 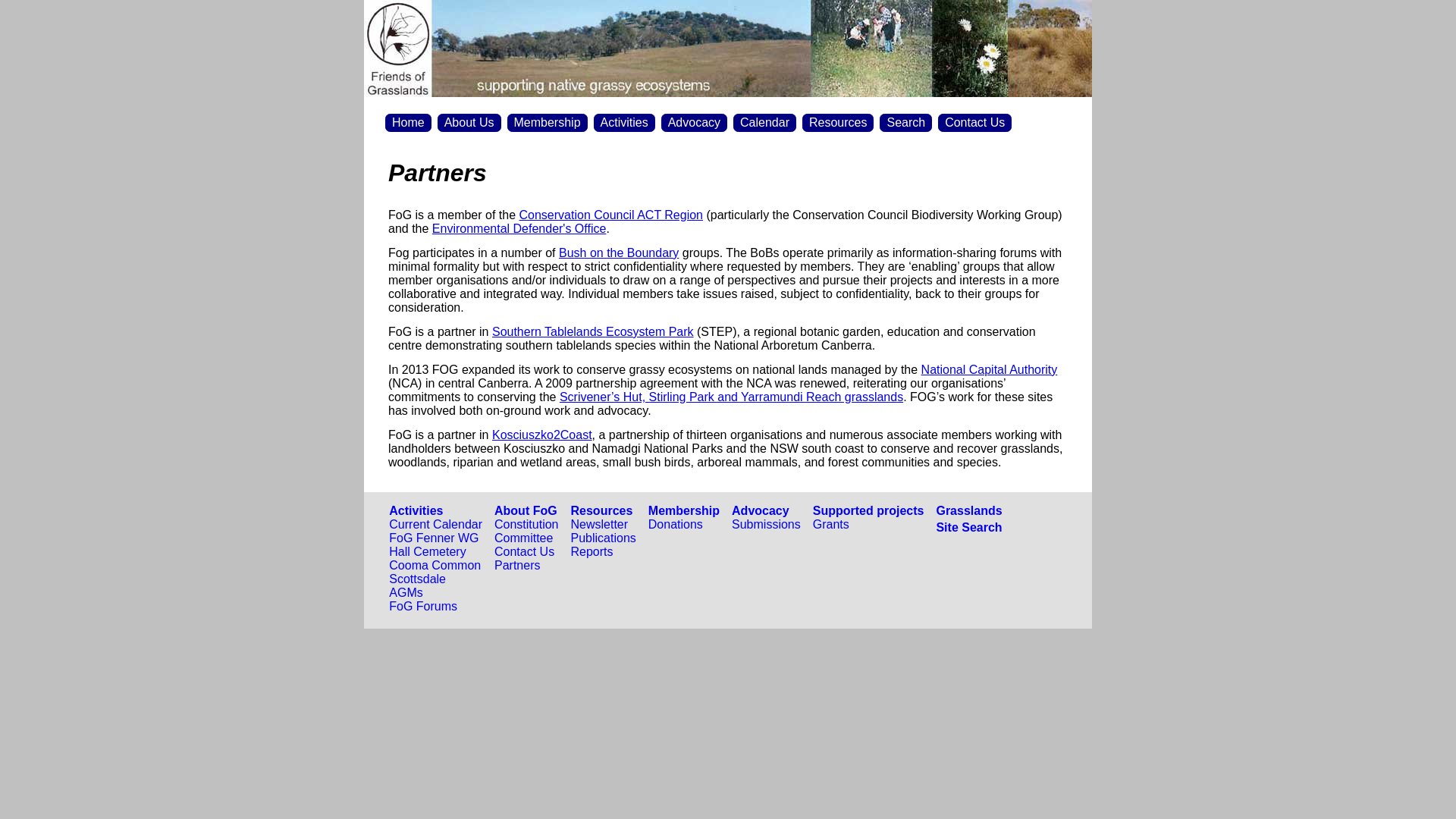 I want to click on 'National Capital Authority', so click(x=920, y=369).